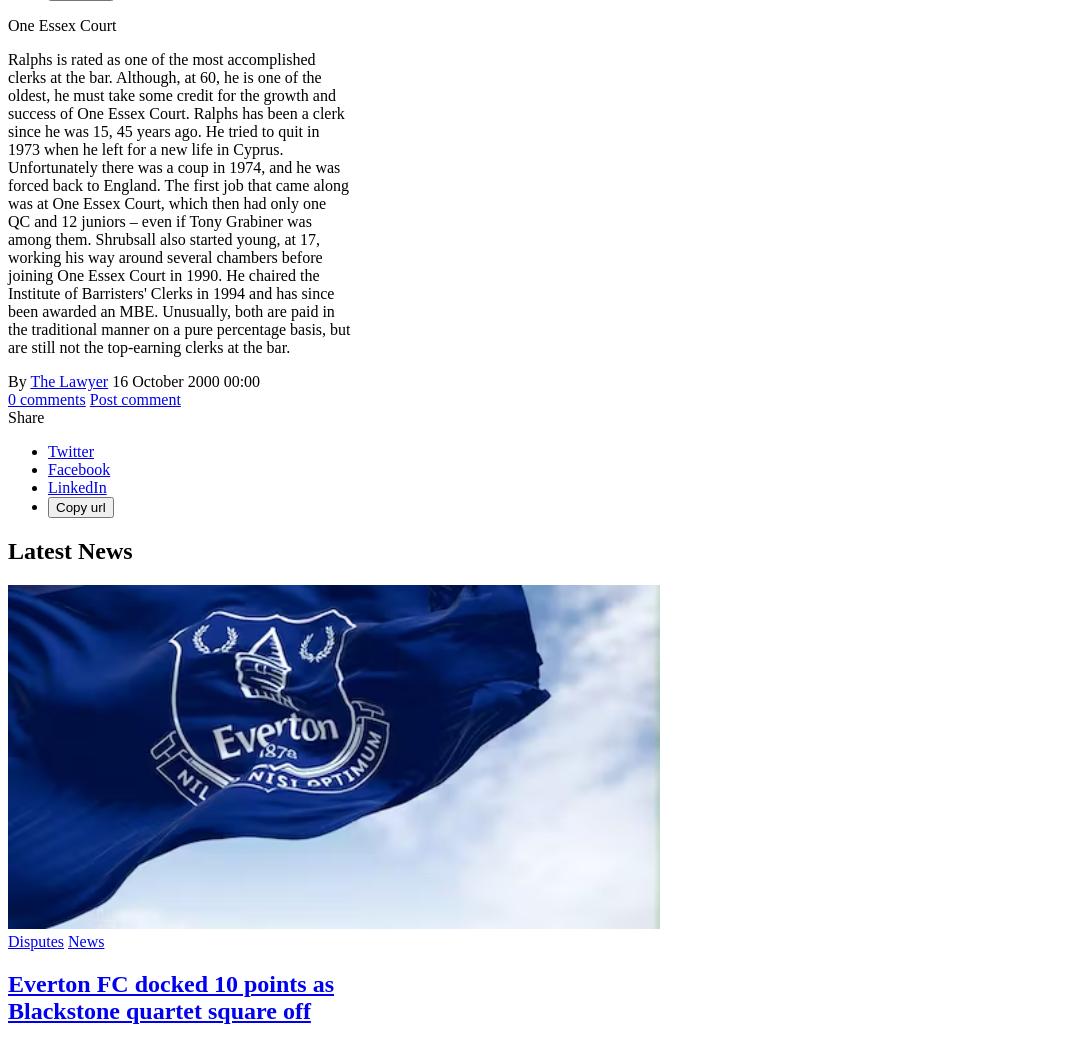  Describe the element at coordinates (70, 450) in the screenshot. I see `'Twitter'` at that location.